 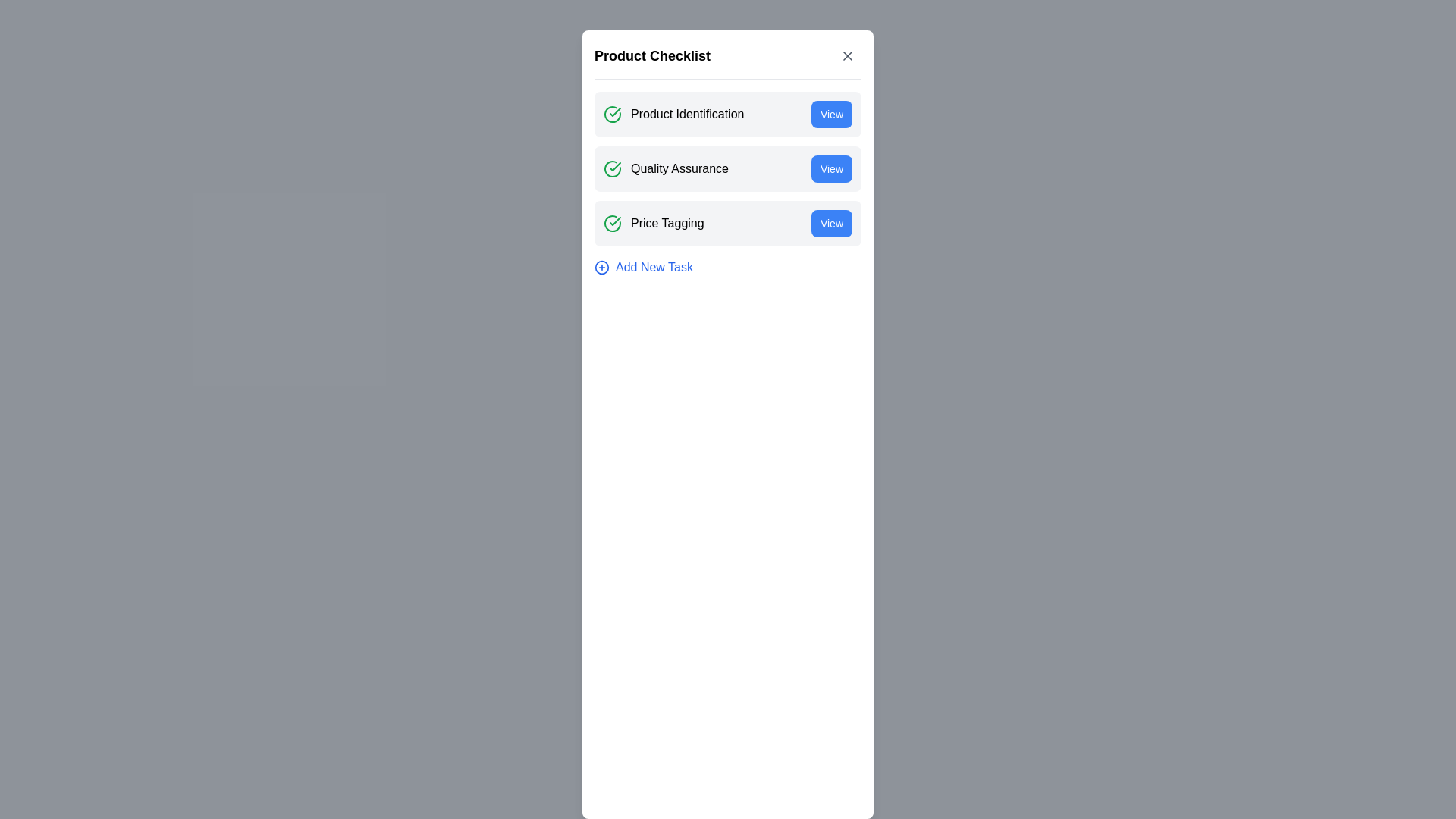 I want to click on the diagonal cross ('X') icon in the top right corner of the header section, so click(x=847, y=55).